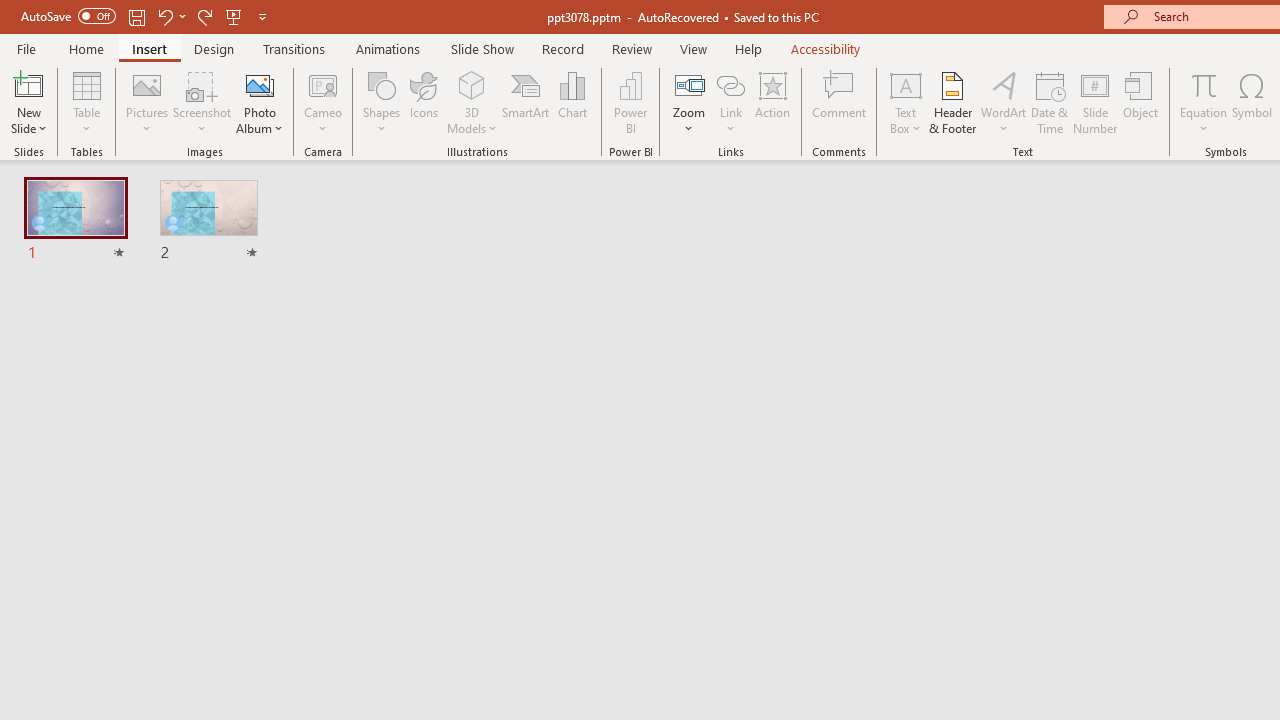  What do you see at coordinates (323, 84) in the screenshot?
I see `'Cameo'` at bounding box center [323, 84].